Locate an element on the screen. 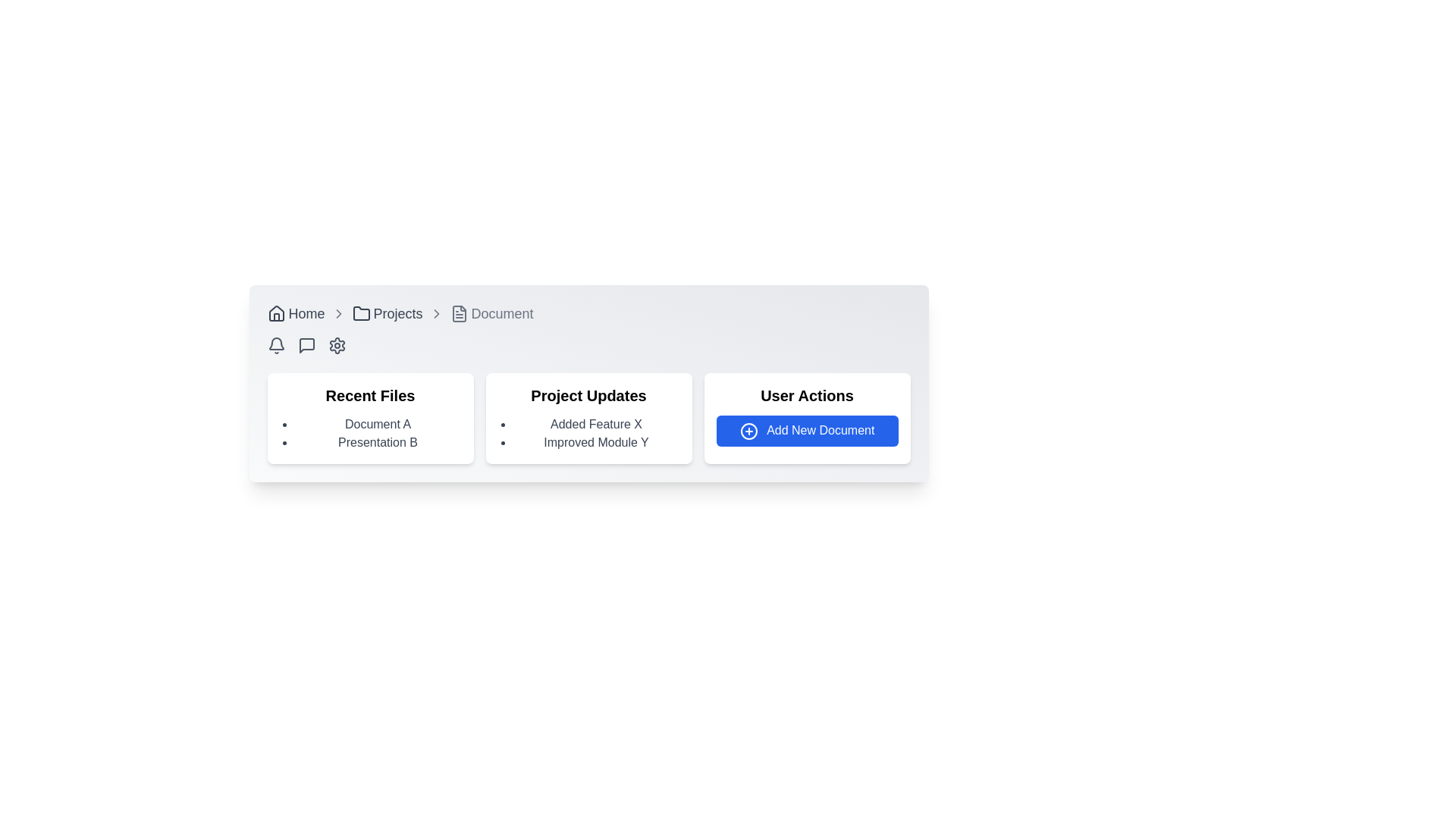 The image size is (1456, 819). information from the Text Label indicating the updated feature 'Improved Module Y', which is the second item in the bulleted list of the 'Project Updates' panel, located below 'Added Feature X' is located at coordinates (595, 442).